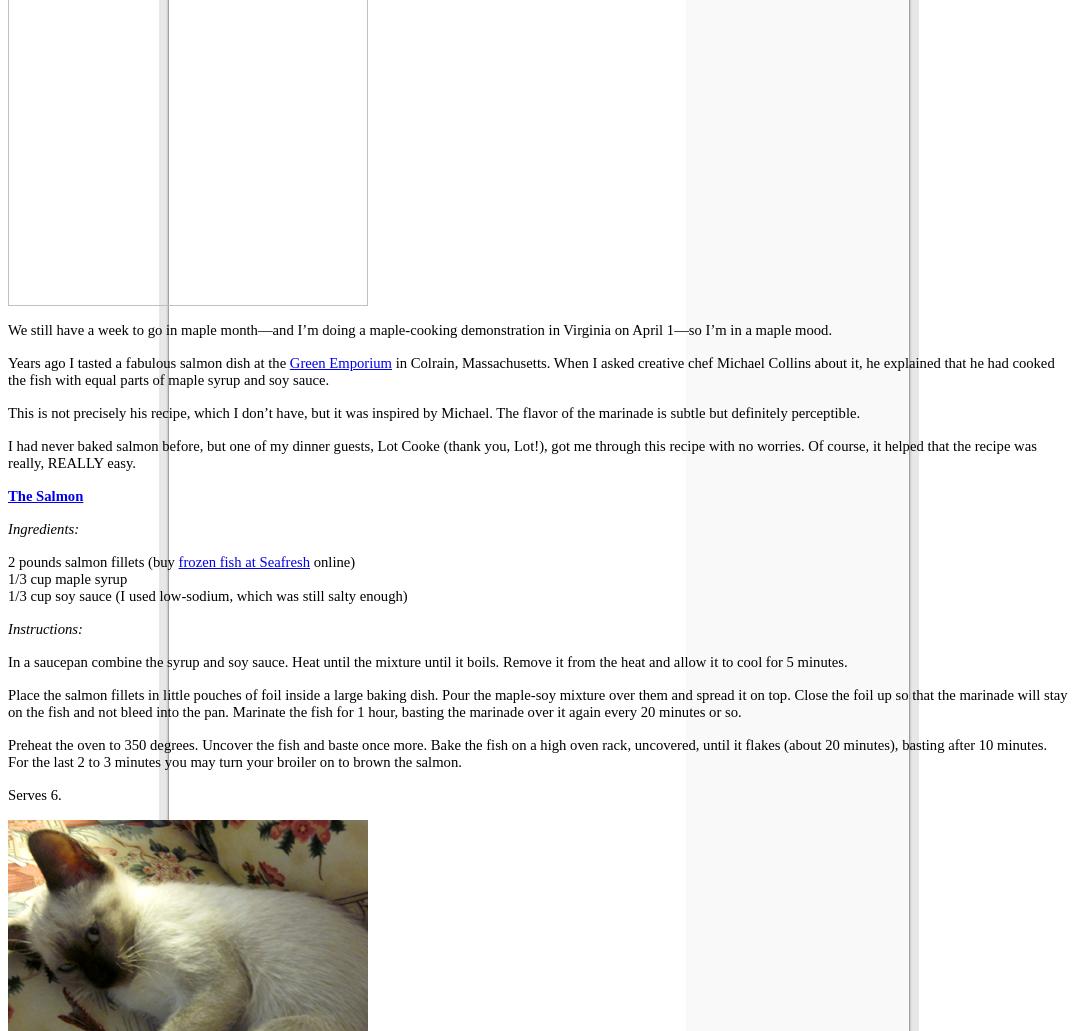 This screenshot has width=1077, height=1031. I want to click on 'online)', so click(331, 559).